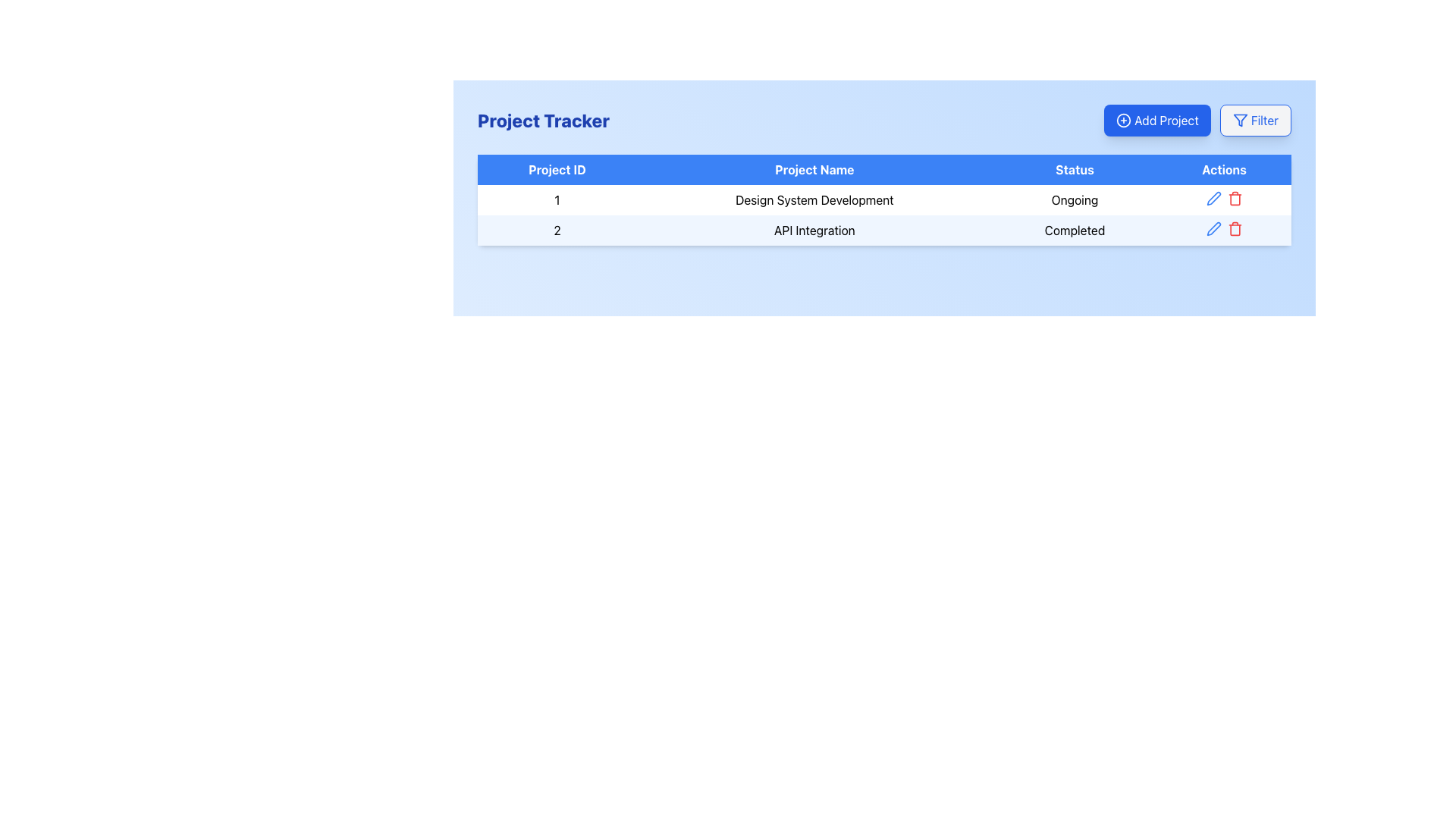  What do you see at coordinates (1240, 119) in the screenshot?
I see `the filter icon, which is a blue outlined triangular funnel inside the 'Filter' button` at bounding box center [1240, 119].